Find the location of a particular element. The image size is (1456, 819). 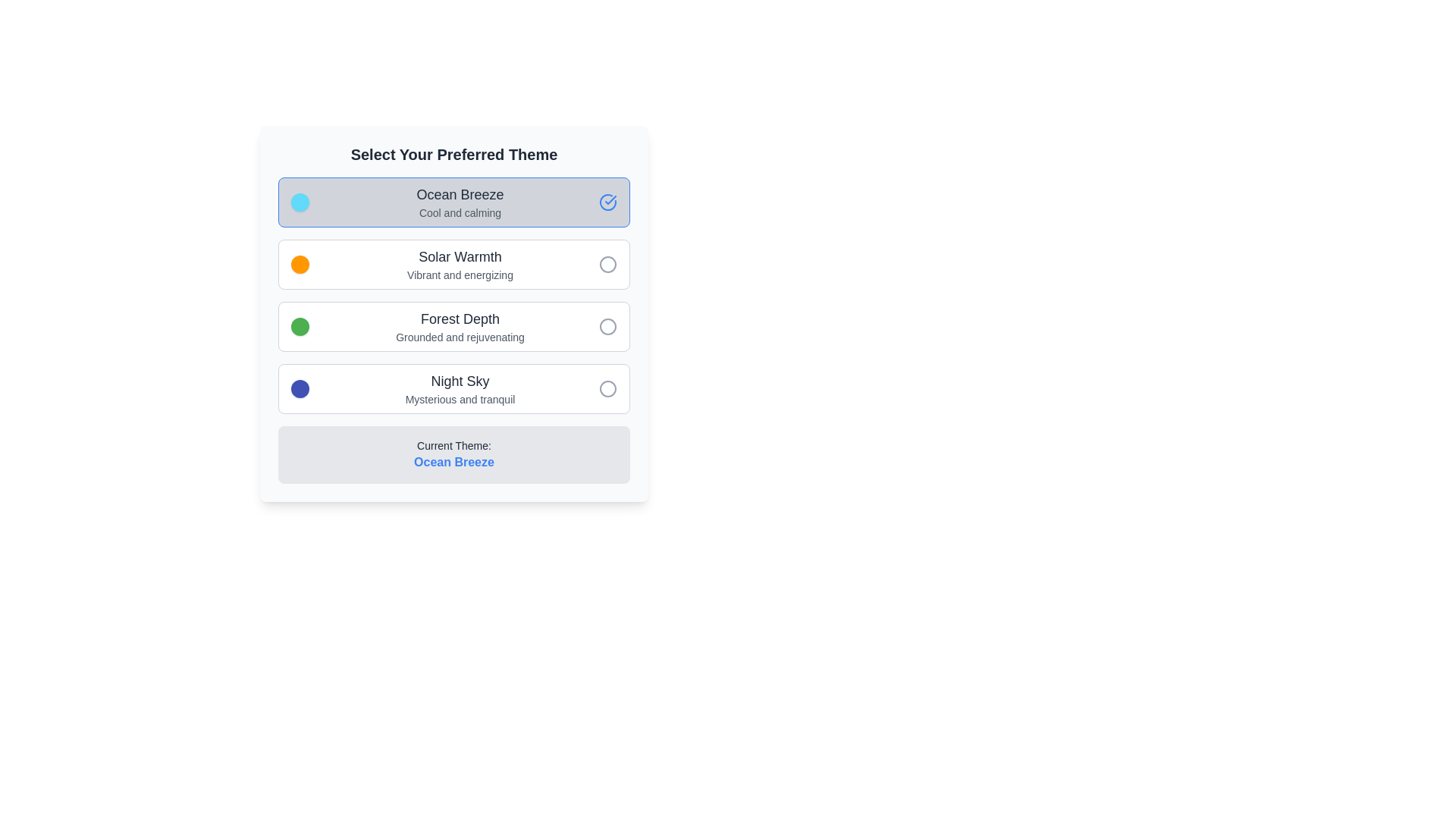

the informational box that displays the currently selected theme, located at the bottom of the card-like structure titled 'Select Your Preferred Theme' is located at coordinates (453, 454).